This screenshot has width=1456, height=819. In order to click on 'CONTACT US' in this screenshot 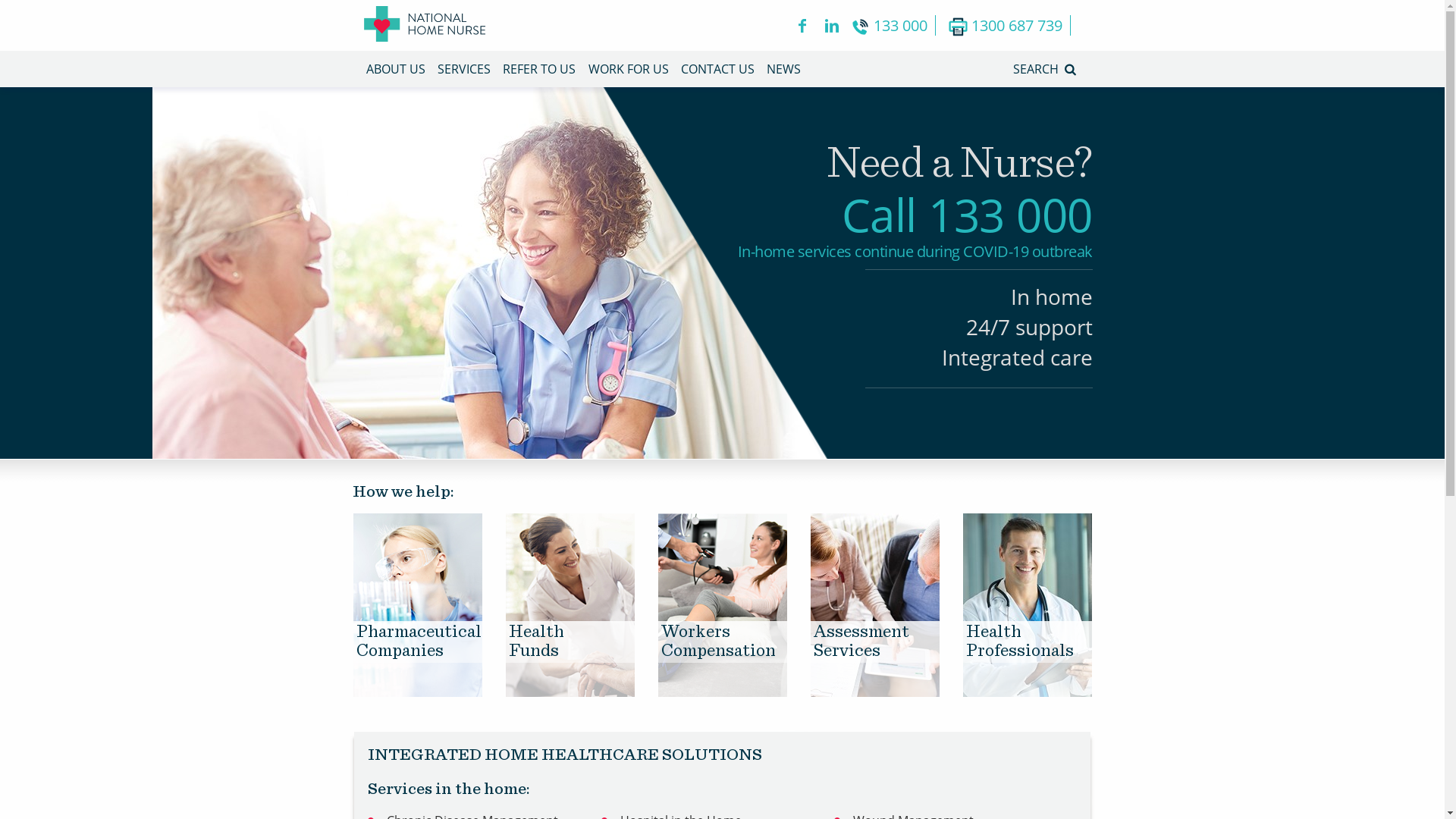, I will do `click(717, 69)`.